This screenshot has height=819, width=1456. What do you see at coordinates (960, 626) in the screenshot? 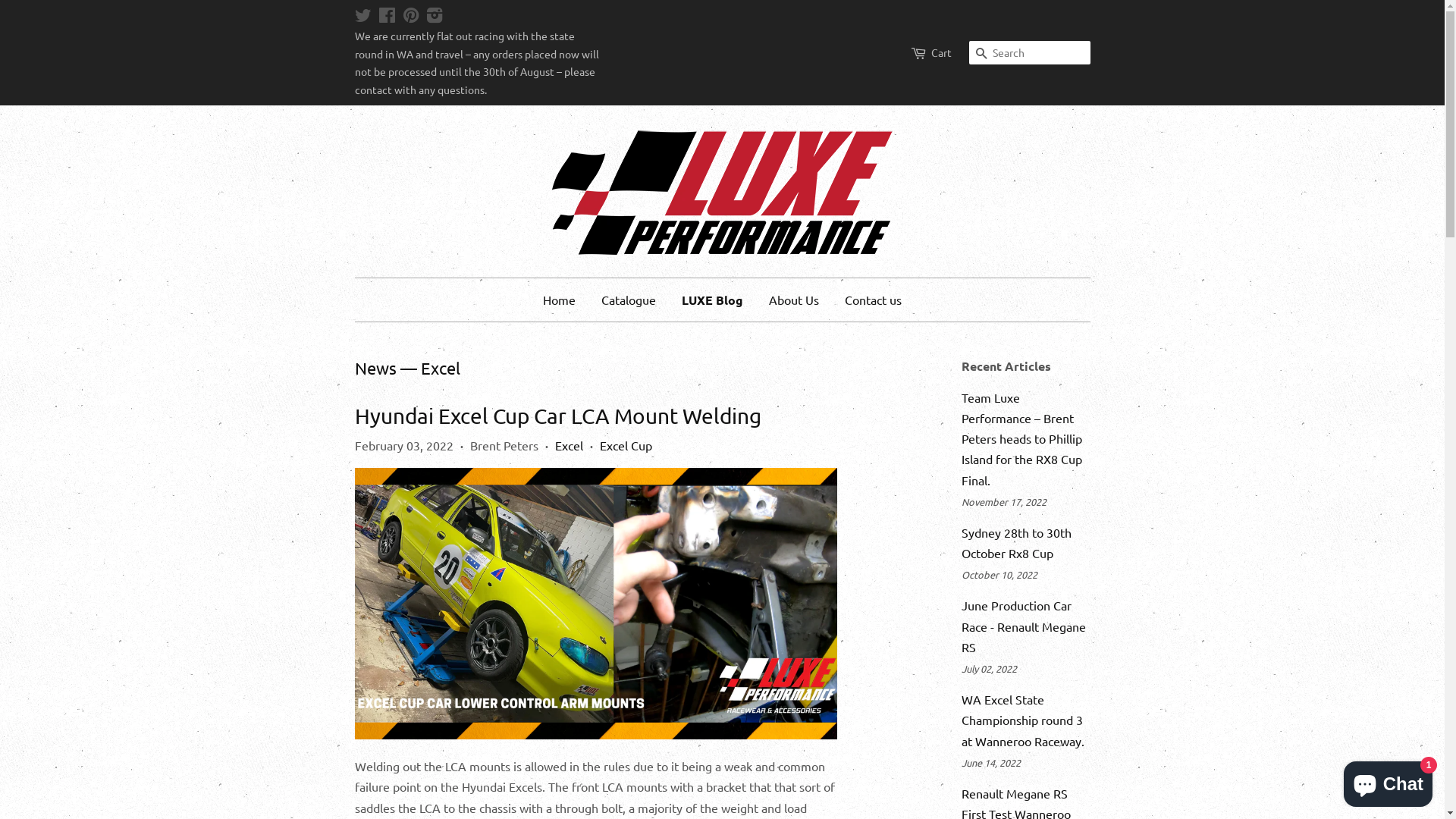
I see `'June Production Car Race - Renault Megane RS'` at bounding box center [960, 626].